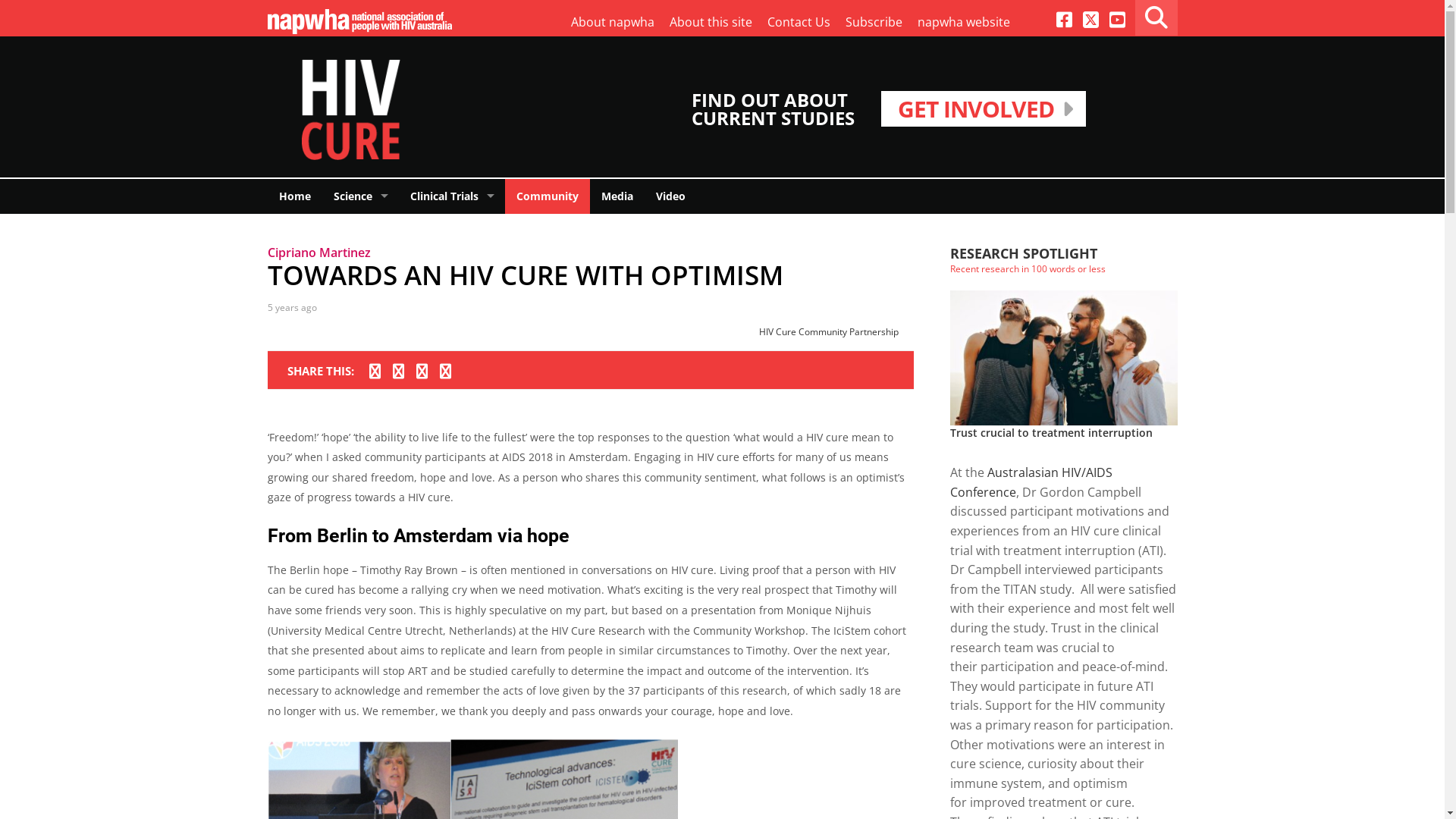 The width and height of the screenshot is (1456, 819). I want to click on 'HIV Cure Community Partnership', so click(827, 331).